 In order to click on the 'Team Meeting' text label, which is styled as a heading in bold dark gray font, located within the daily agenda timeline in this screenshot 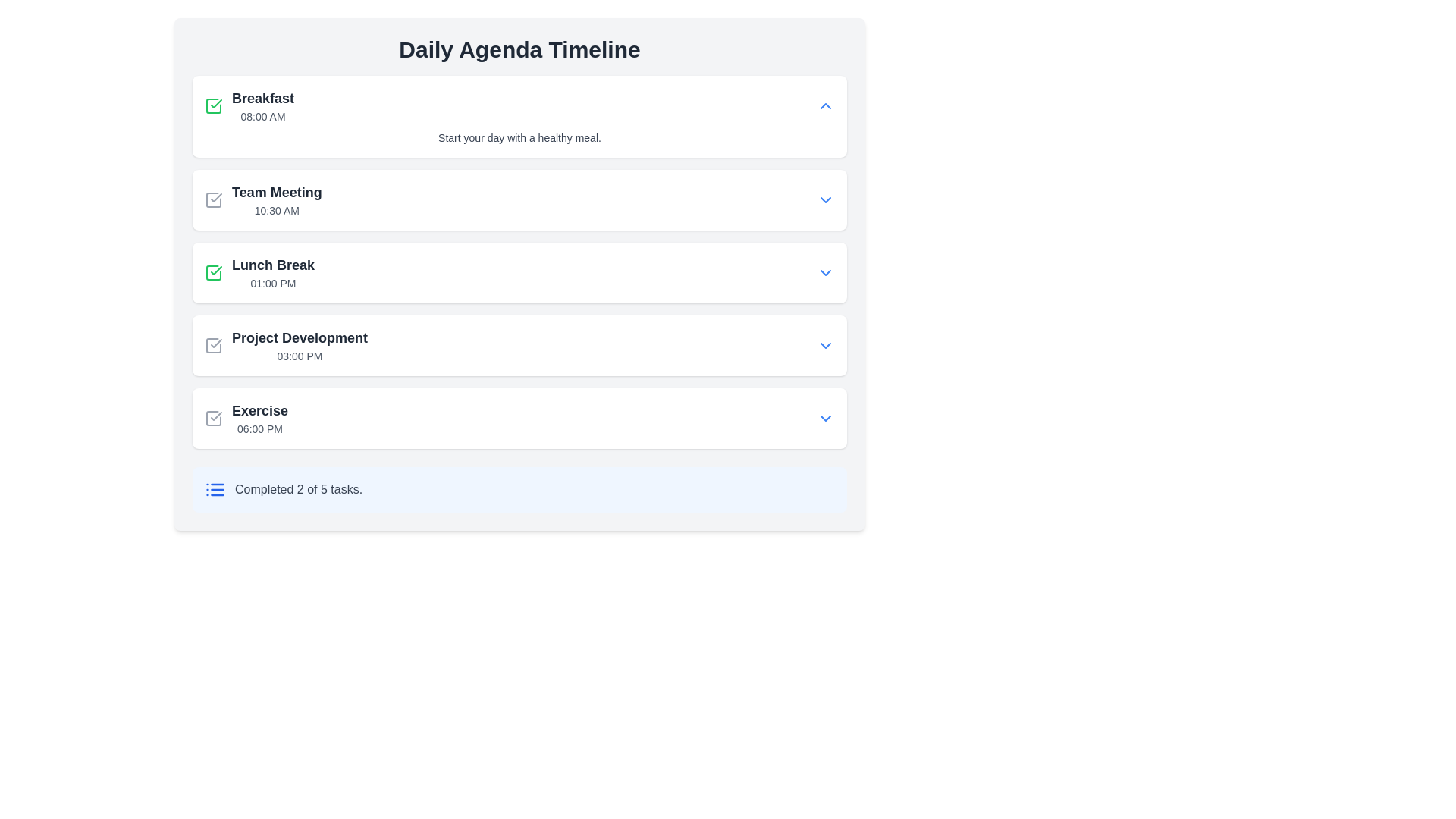, I will do `click(277, 192)`.